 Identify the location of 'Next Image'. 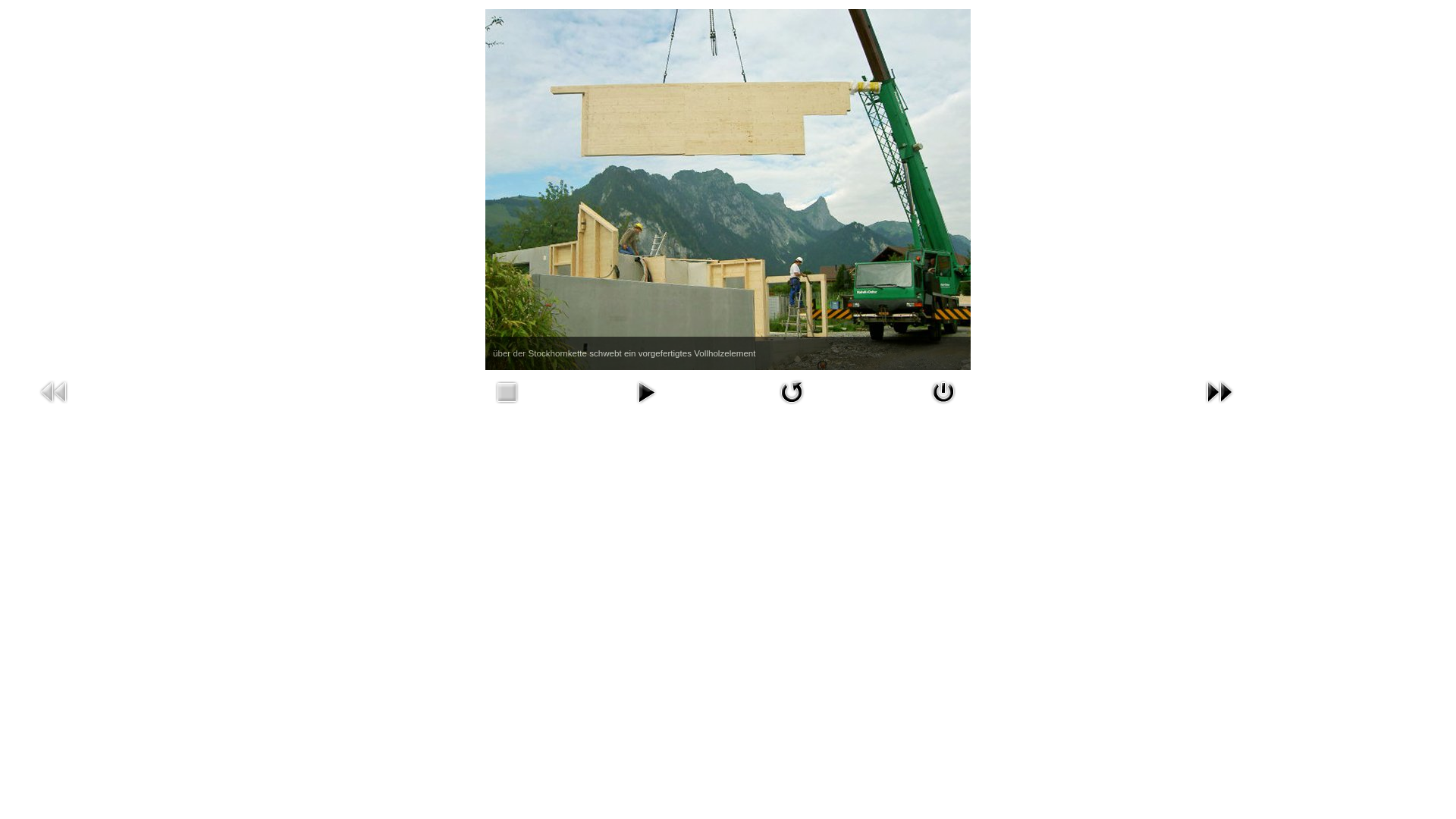
(1219, 391).